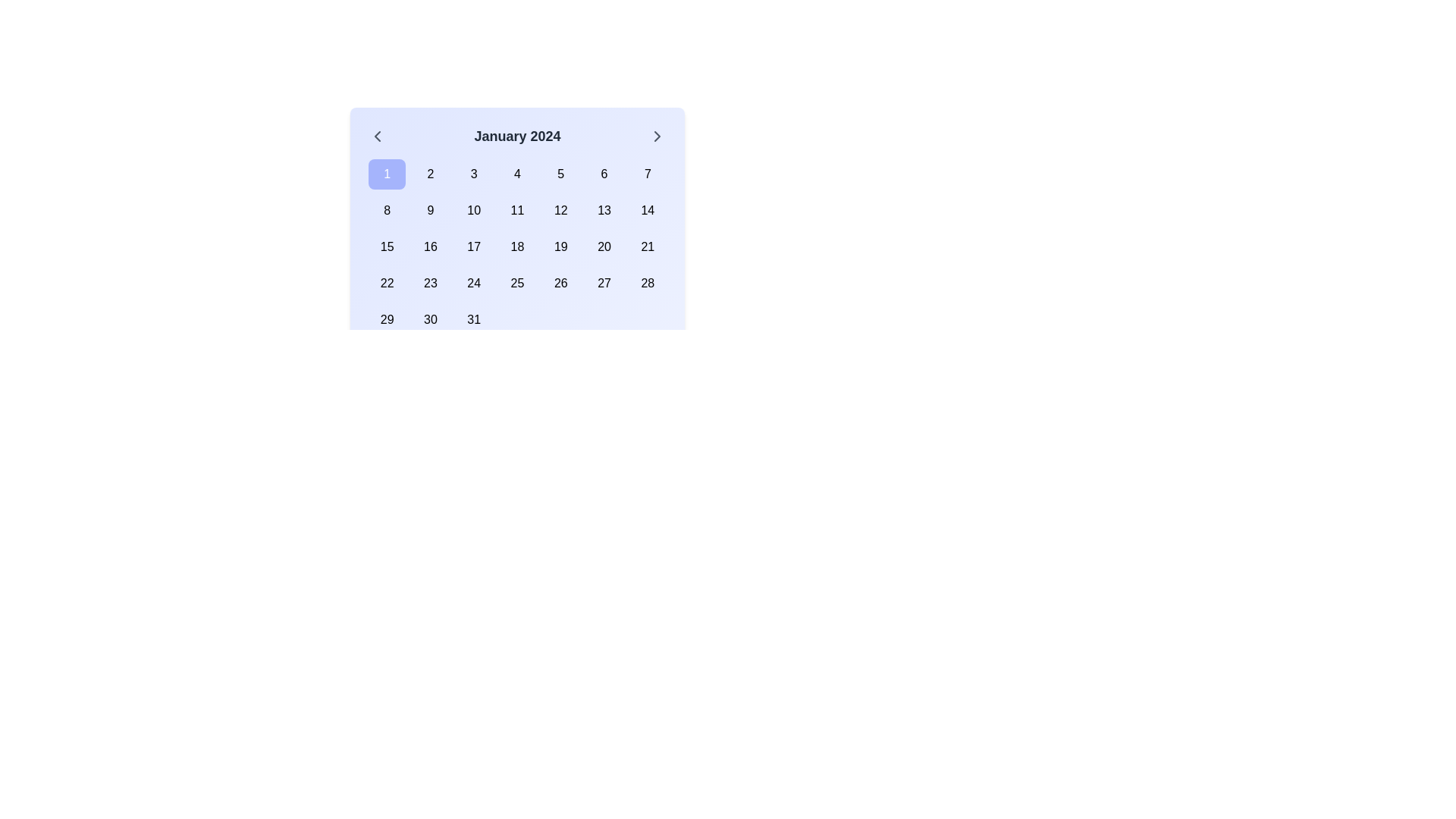  I want to click on the Interactive calendar day button labeled '9' to trigger the hover effect, which changes its background color to indigo, so click(429, 210).